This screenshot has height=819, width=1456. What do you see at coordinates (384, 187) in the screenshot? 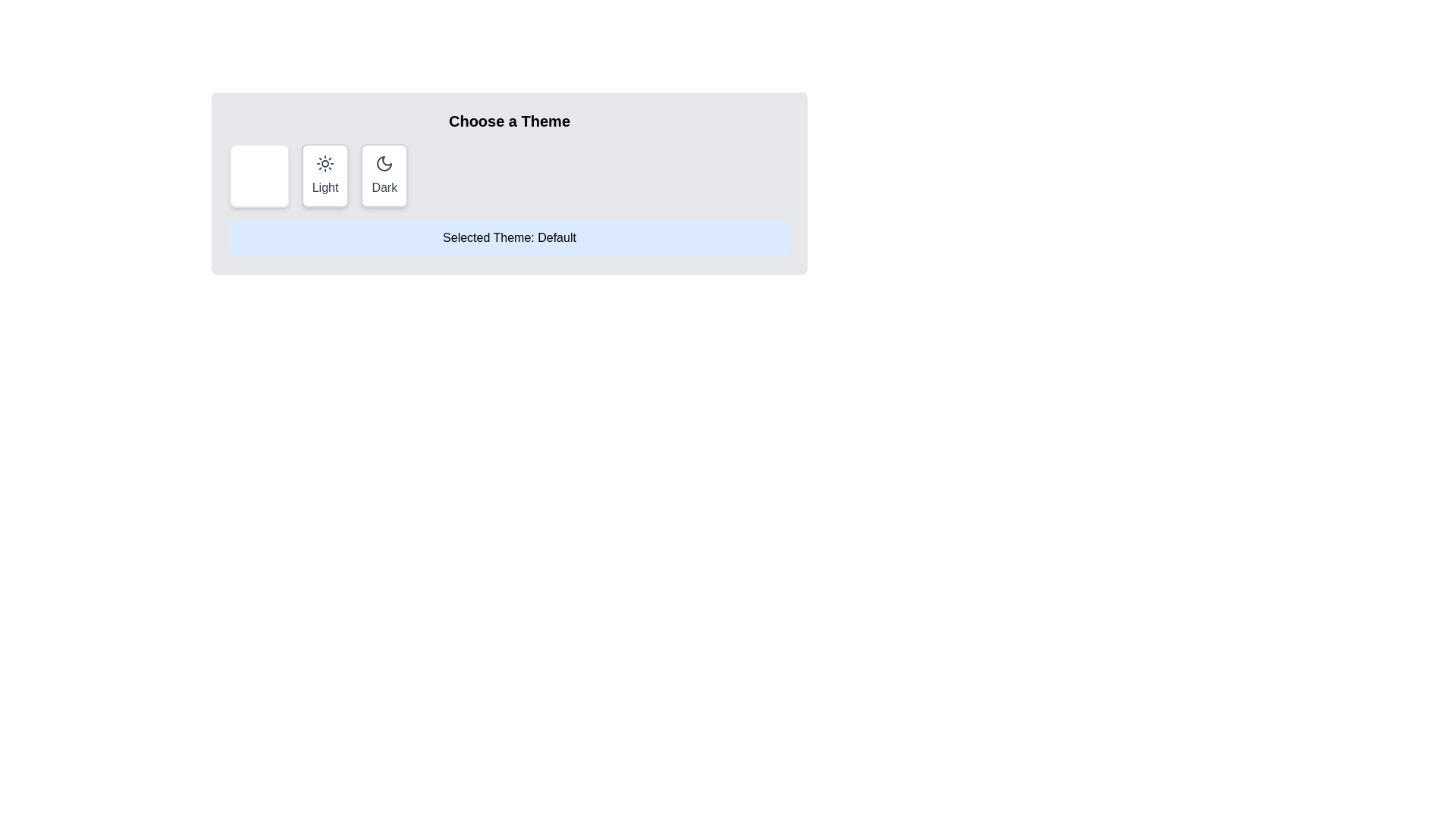
I see `the text label that indicates the dark theme option in the theme selection interface, which is located in the upper-right portion of the page` at bounding box center [384, 187].